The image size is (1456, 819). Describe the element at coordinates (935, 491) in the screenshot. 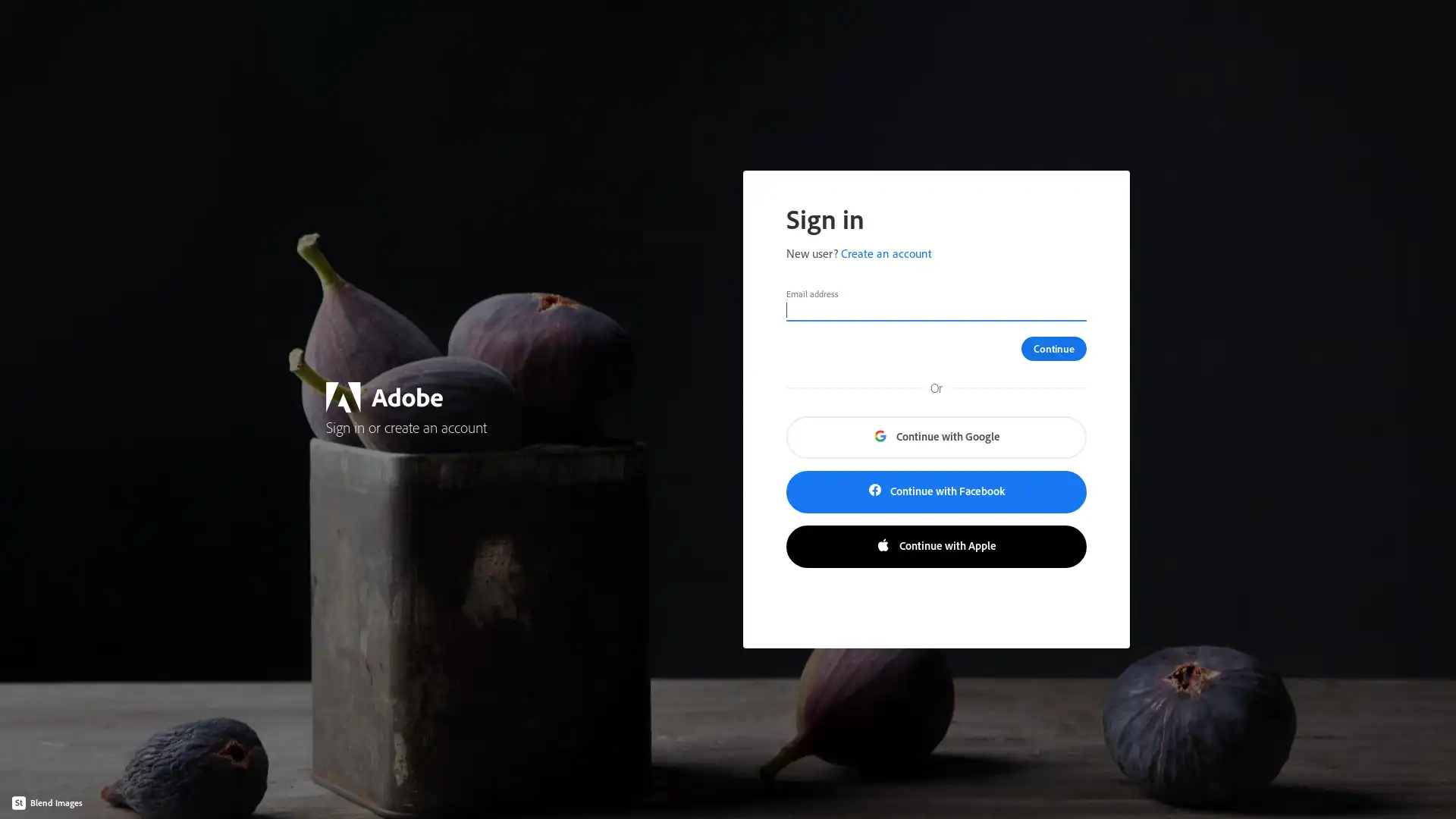

I see `Facebook social Continue with Facebook` at that location.